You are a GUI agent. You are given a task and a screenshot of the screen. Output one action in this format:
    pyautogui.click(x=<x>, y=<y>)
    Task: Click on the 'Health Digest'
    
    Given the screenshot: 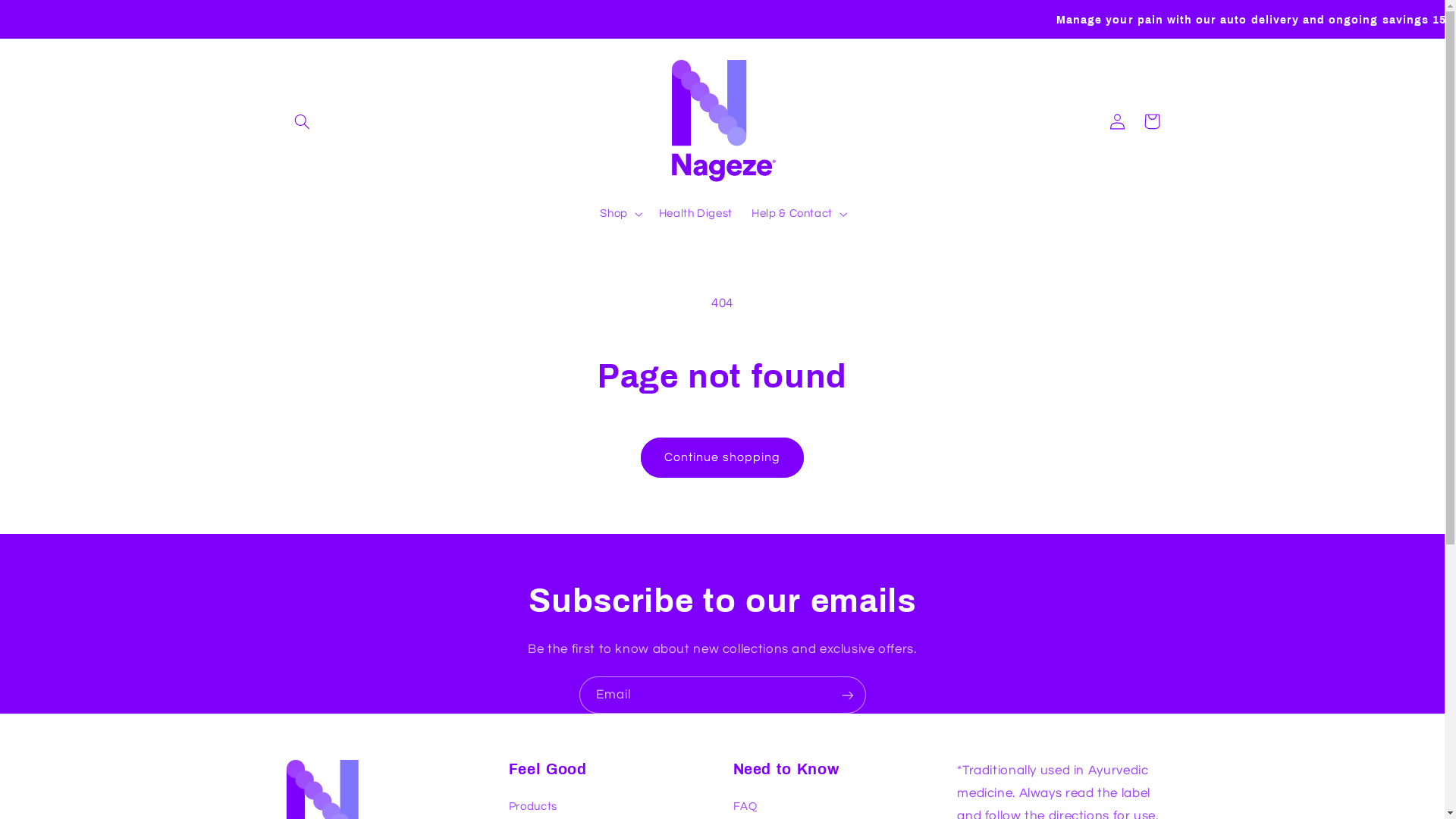 What is the action you would take?
    pyautogui.click(x=694, y=213)
    